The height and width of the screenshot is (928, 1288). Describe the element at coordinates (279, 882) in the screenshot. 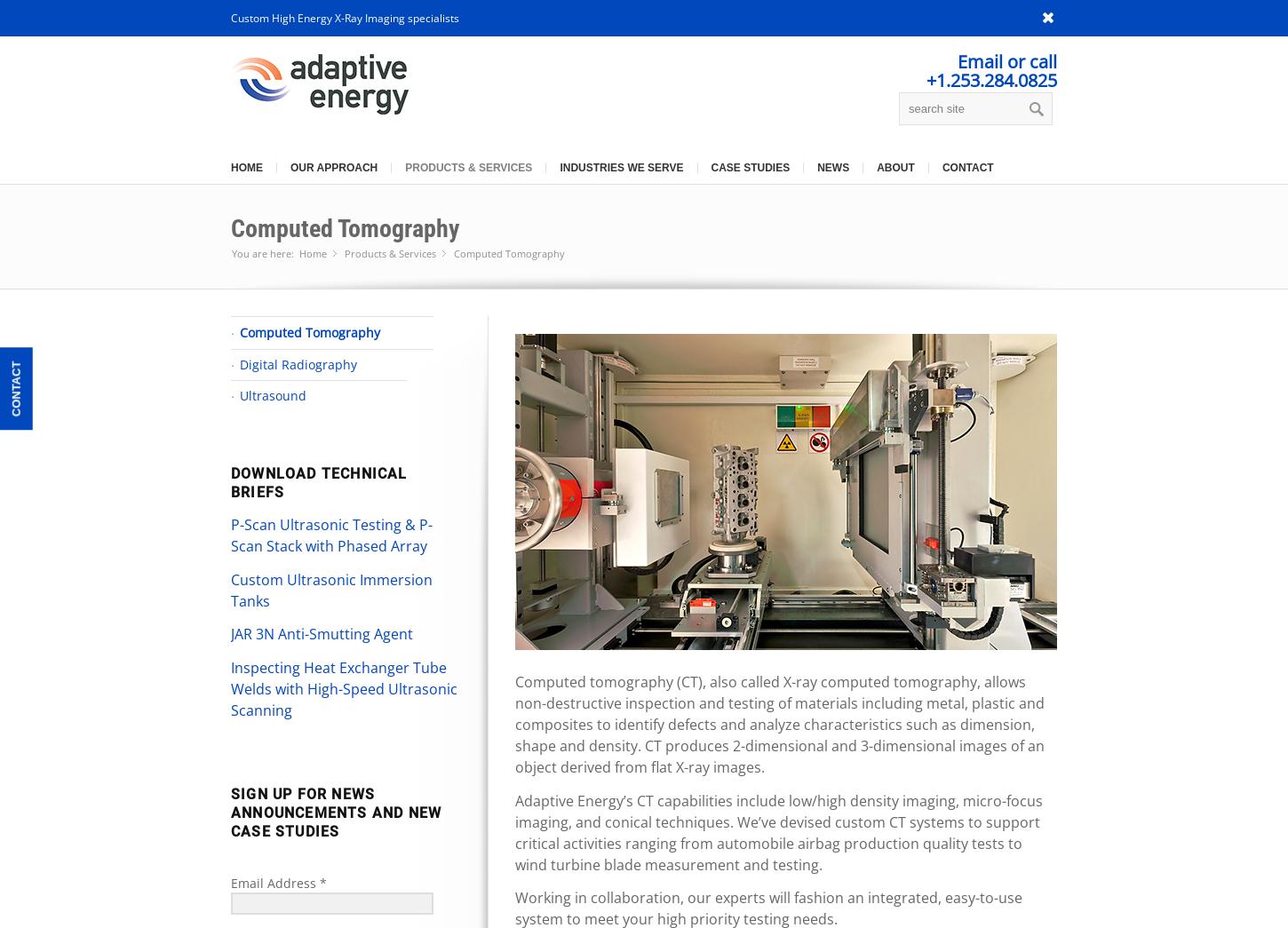

I see `'Email Address *'` at that location.